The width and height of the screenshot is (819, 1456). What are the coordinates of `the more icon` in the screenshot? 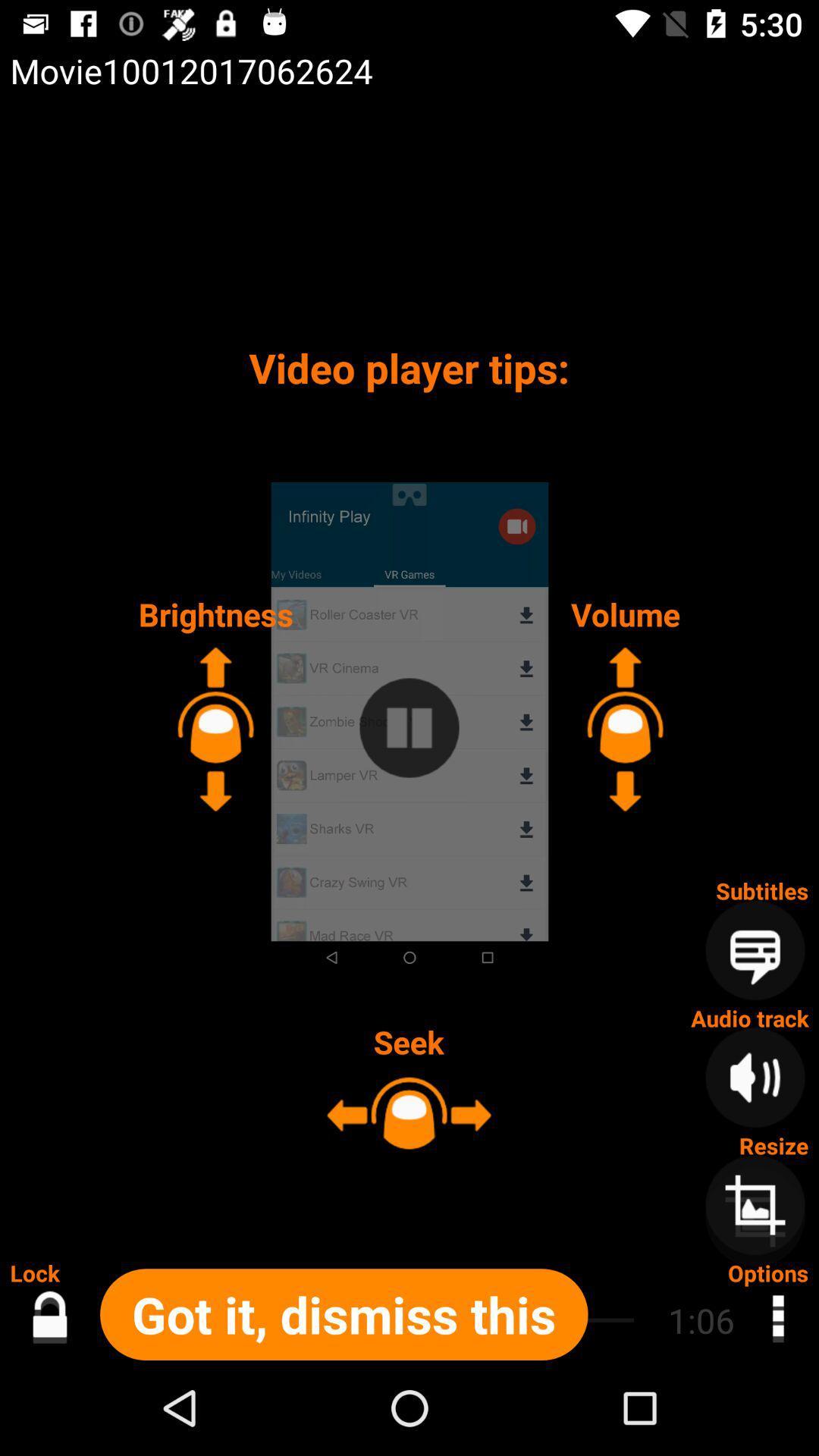 It's located at (777, 1313).